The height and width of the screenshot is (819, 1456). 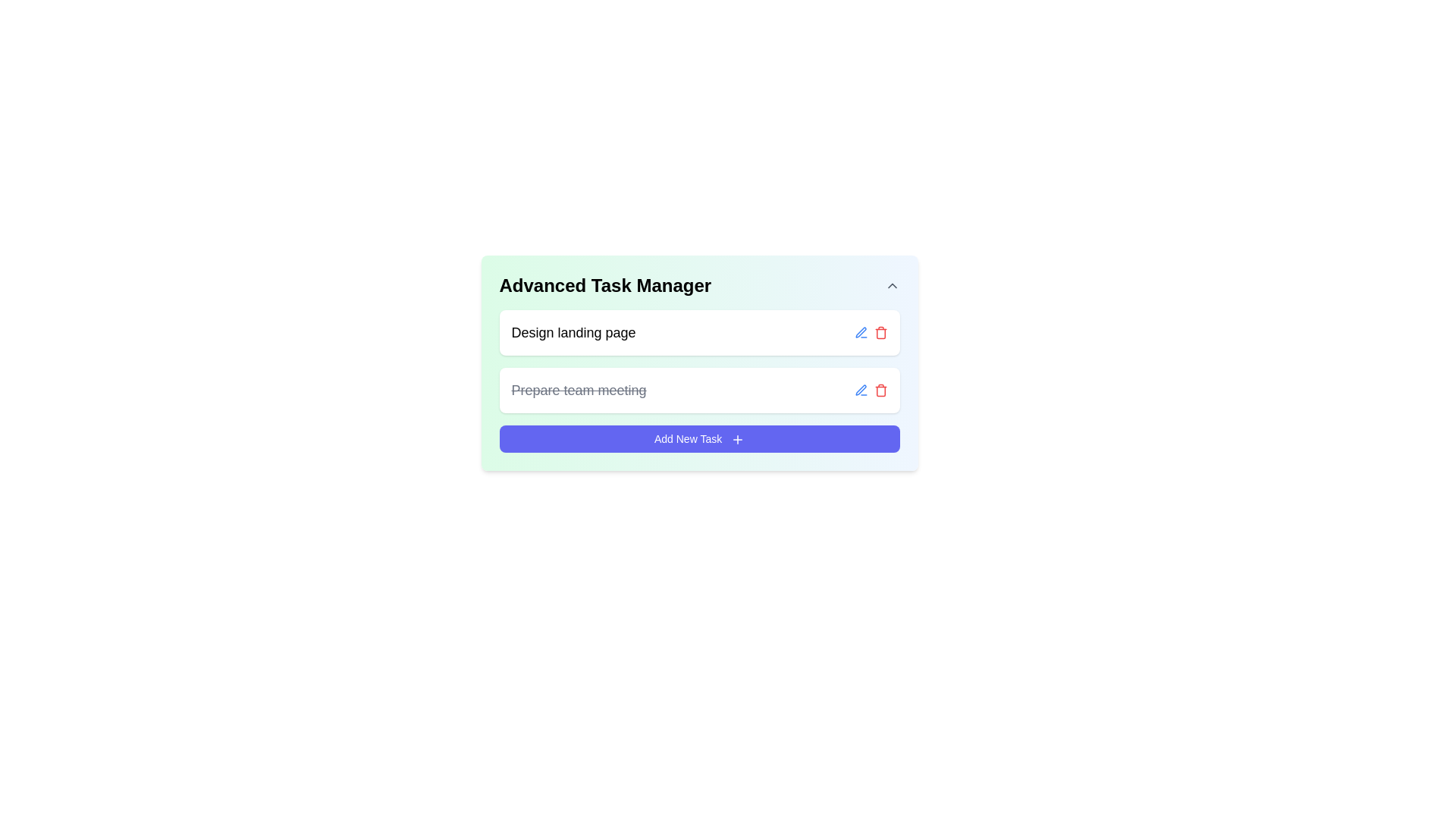 What do you see at coordinates (698, 390) in the screenshot?
I see `the completed task entry 'Prepare team meeting' in the to-do list for more options` at bounding box center [698, 390].